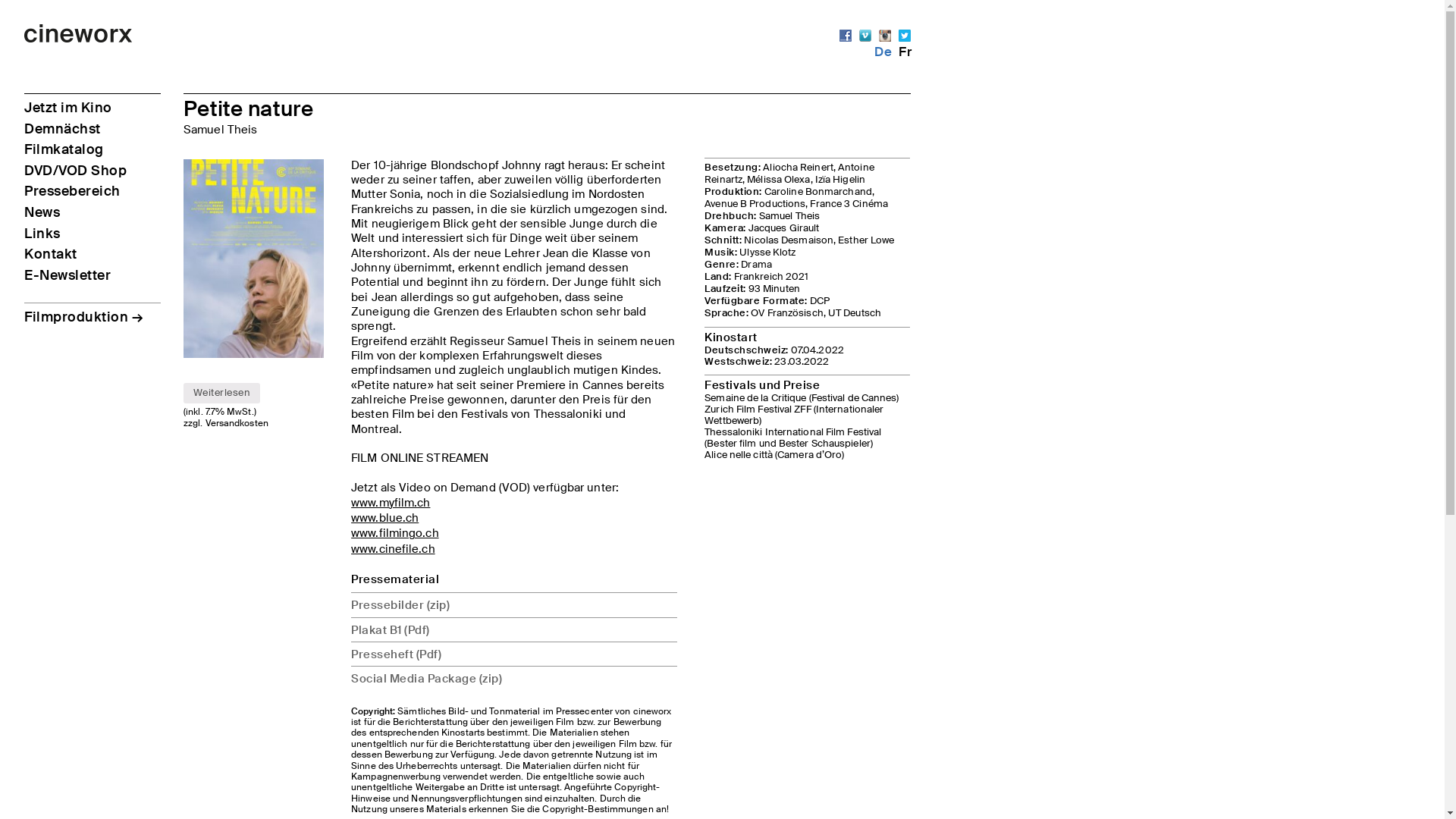 This screenshot has height=819, width=1456. What do you see at coordinates (883, 51) in the screenshot?
I see `'De'` at bounding box center [883, 51].